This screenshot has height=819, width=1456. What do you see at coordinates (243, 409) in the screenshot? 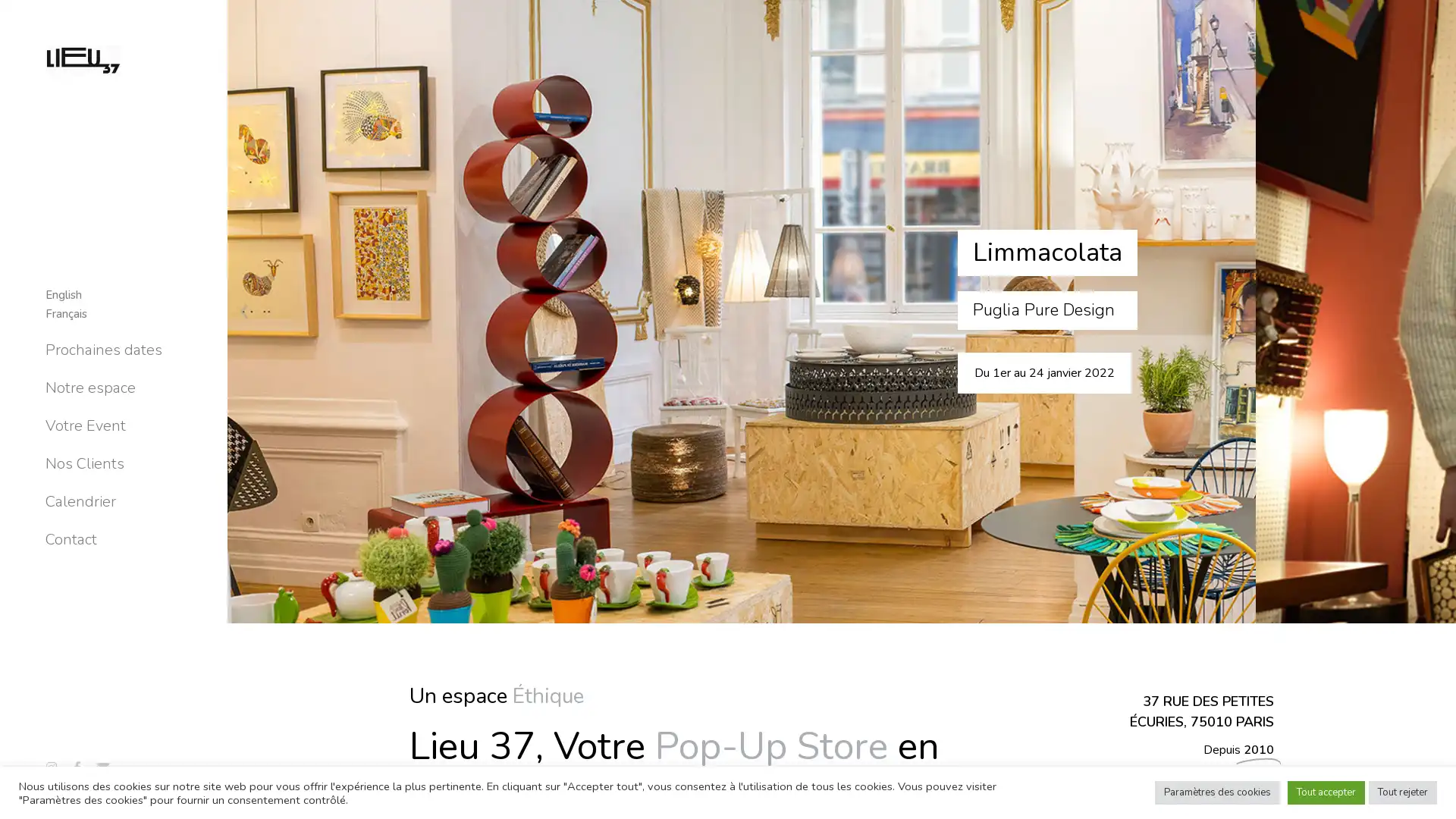
I see `Previous slide` at bounding box center [243, 409].